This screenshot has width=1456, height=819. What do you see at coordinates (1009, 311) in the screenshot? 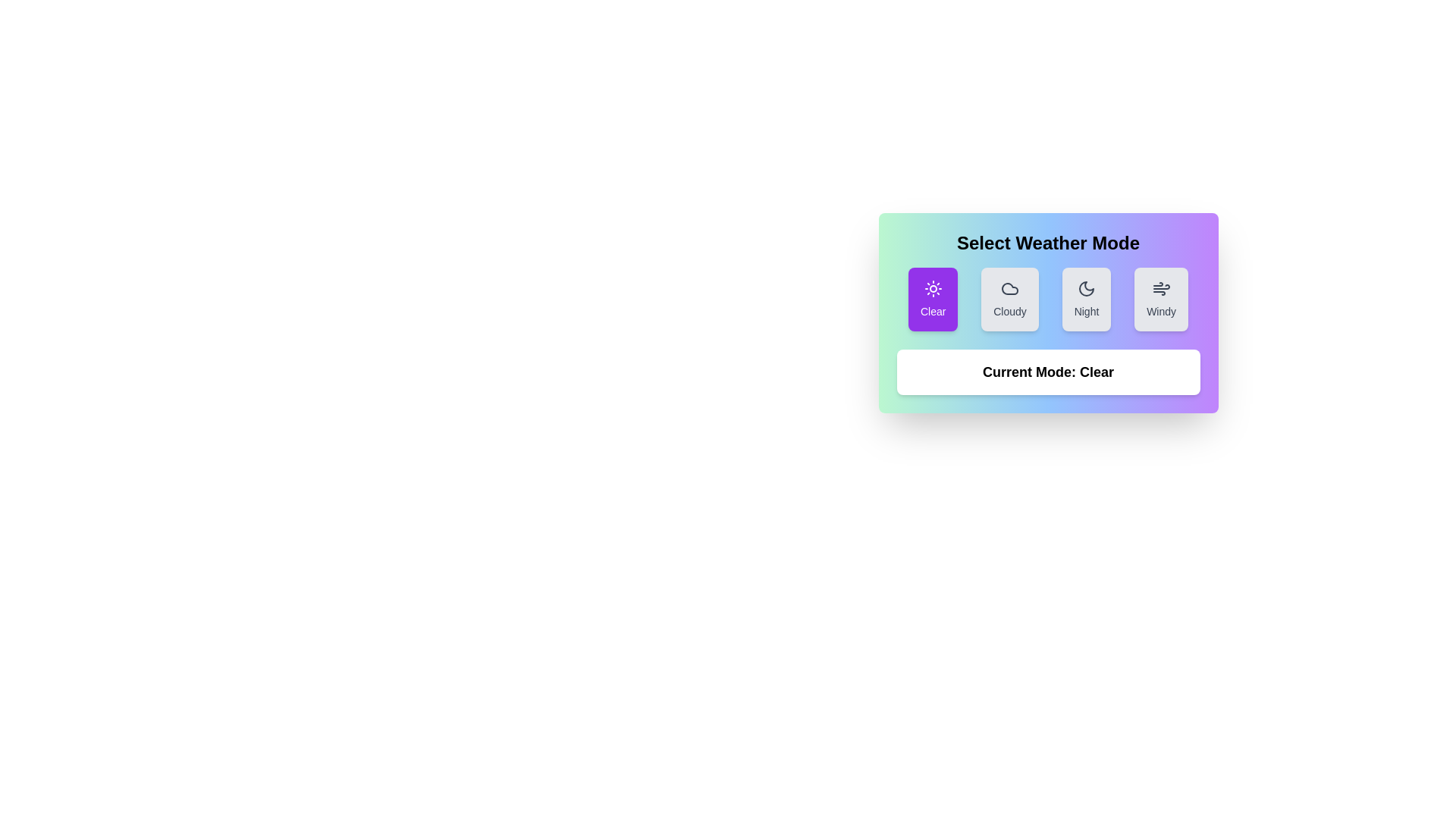
I see `the text label that describes the weather condition 'Cloudy,' which is centrally aligned in its box and positioned second among four weather conditions` at bounding box center [1009, 311].